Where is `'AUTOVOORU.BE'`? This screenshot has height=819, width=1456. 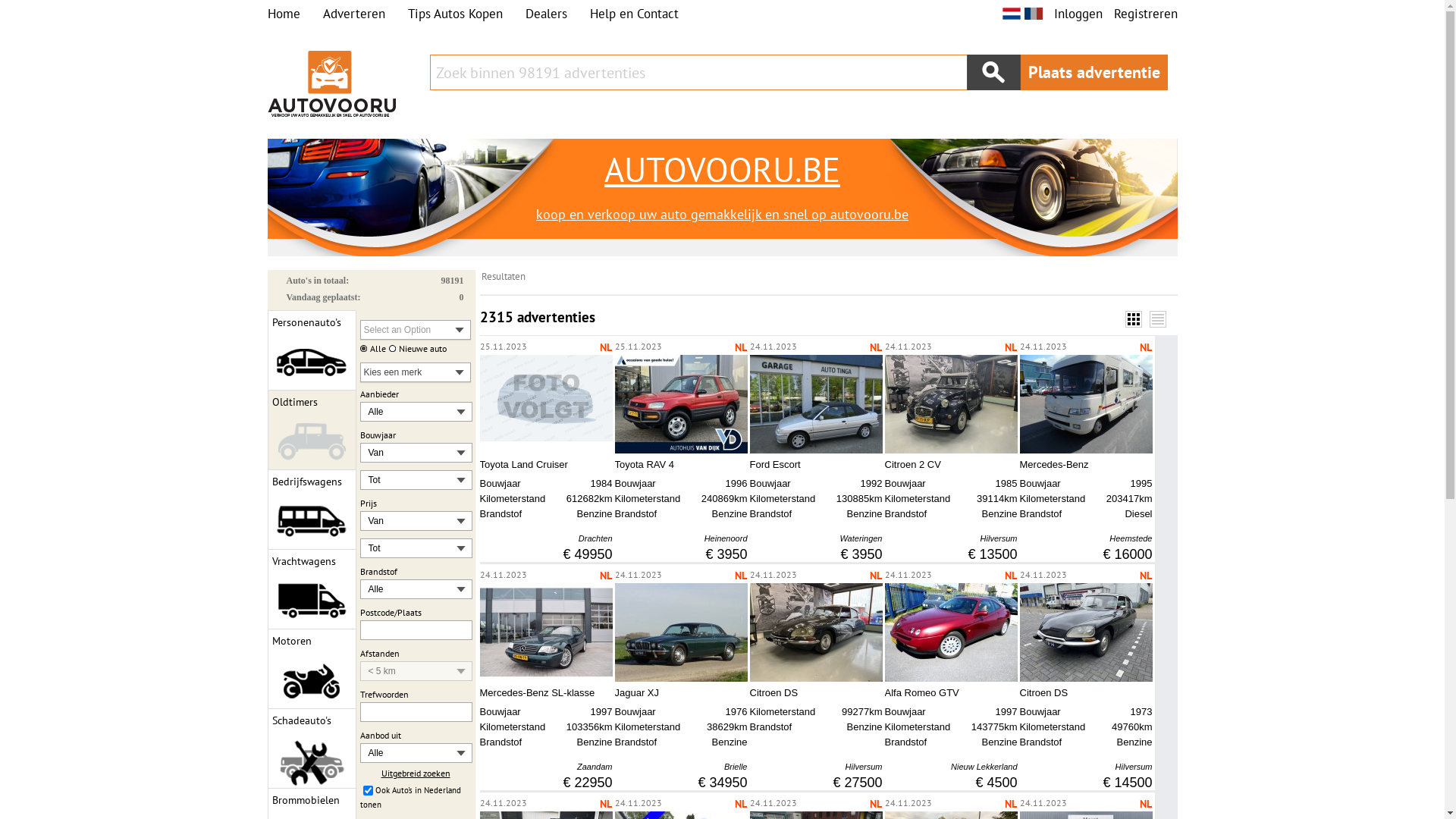
'AUTOVOORU.BE' is located at coordinates (720, 169).